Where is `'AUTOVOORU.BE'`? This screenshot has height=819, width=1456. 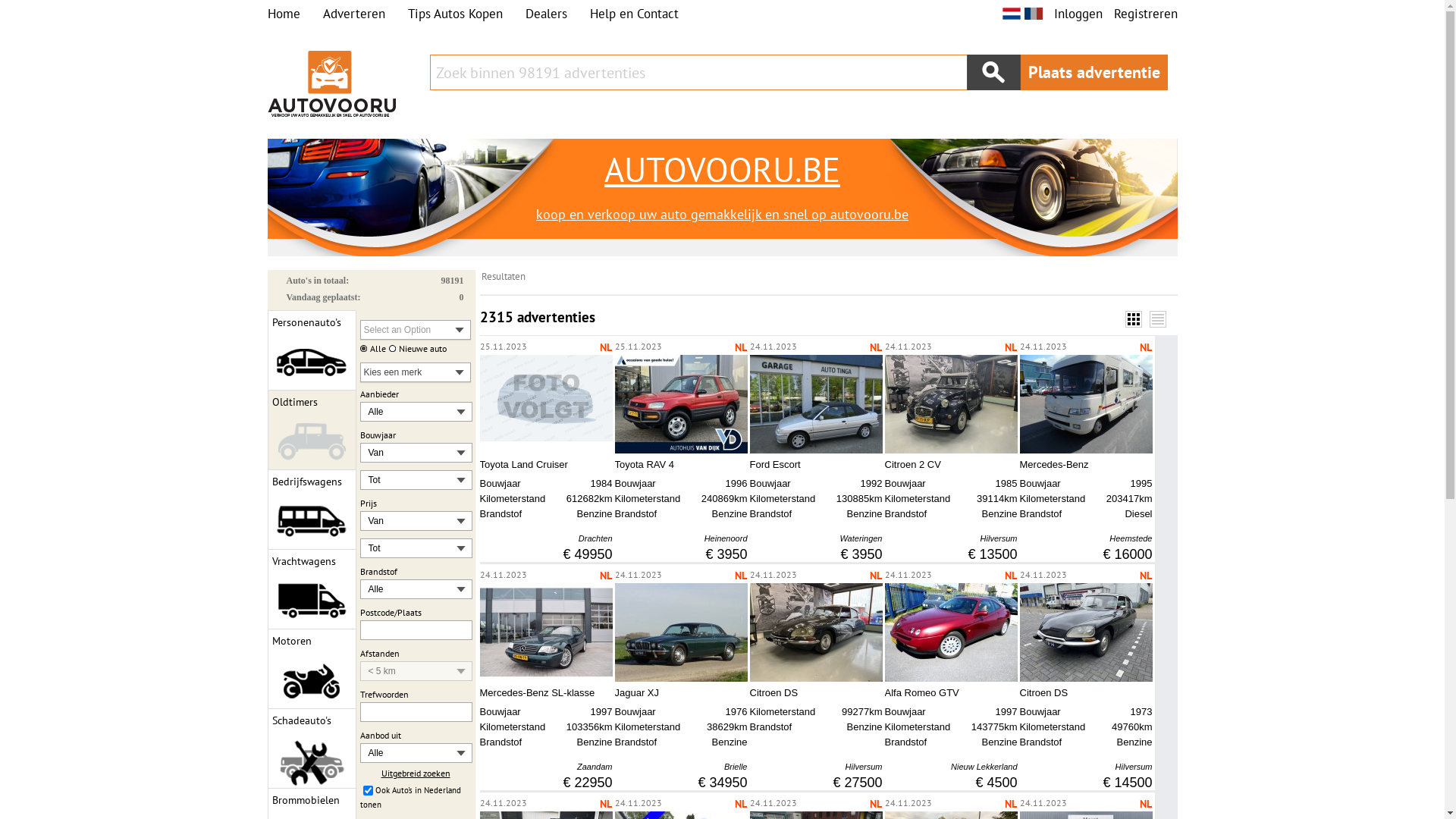
'AUTOVOORU.BE' is located at coordinates (720, 169).